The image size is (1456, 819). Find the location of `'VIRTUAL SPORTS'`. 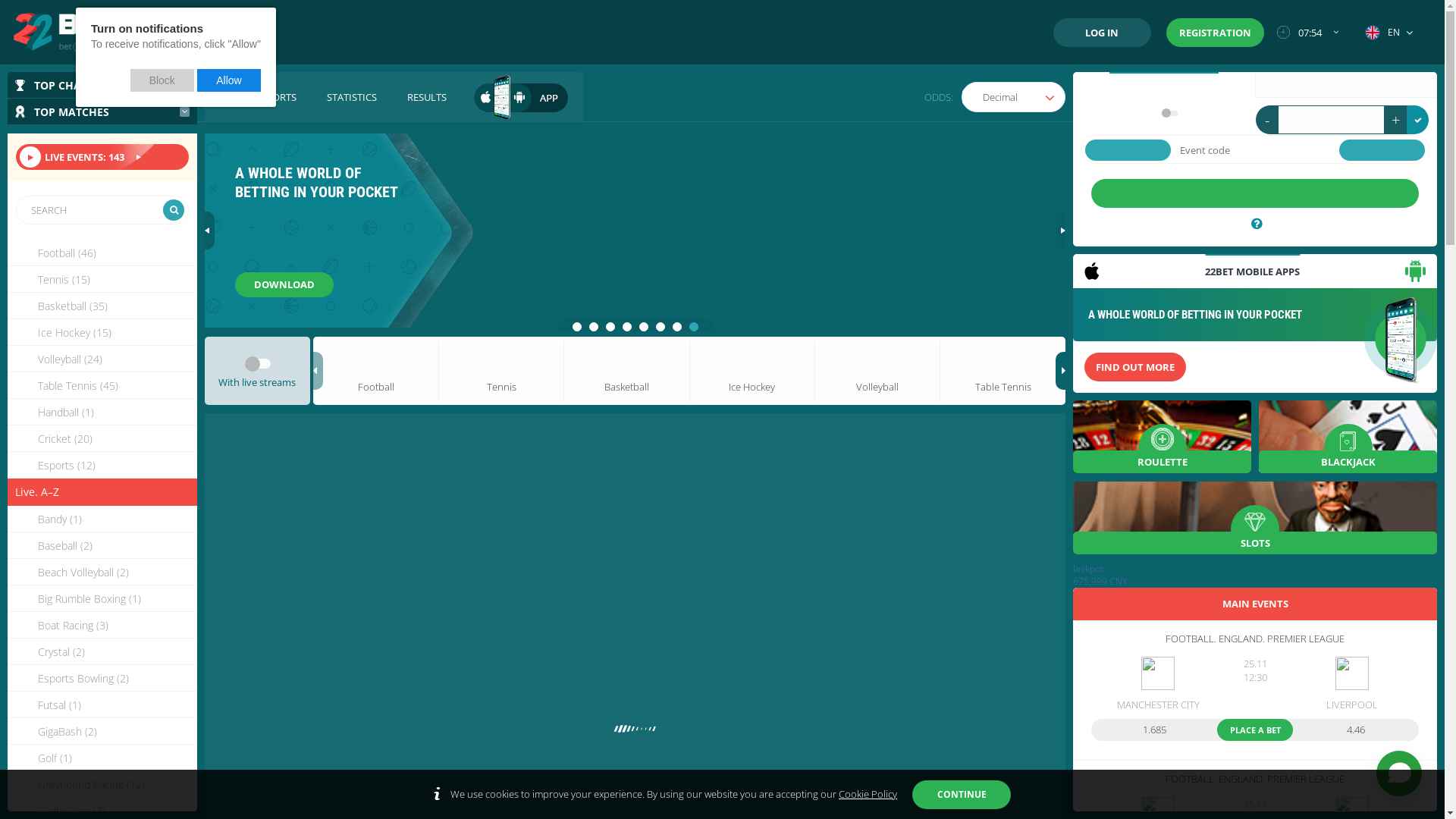

'VIRTUAL SPORTS' is located at coordinates (258, 96).